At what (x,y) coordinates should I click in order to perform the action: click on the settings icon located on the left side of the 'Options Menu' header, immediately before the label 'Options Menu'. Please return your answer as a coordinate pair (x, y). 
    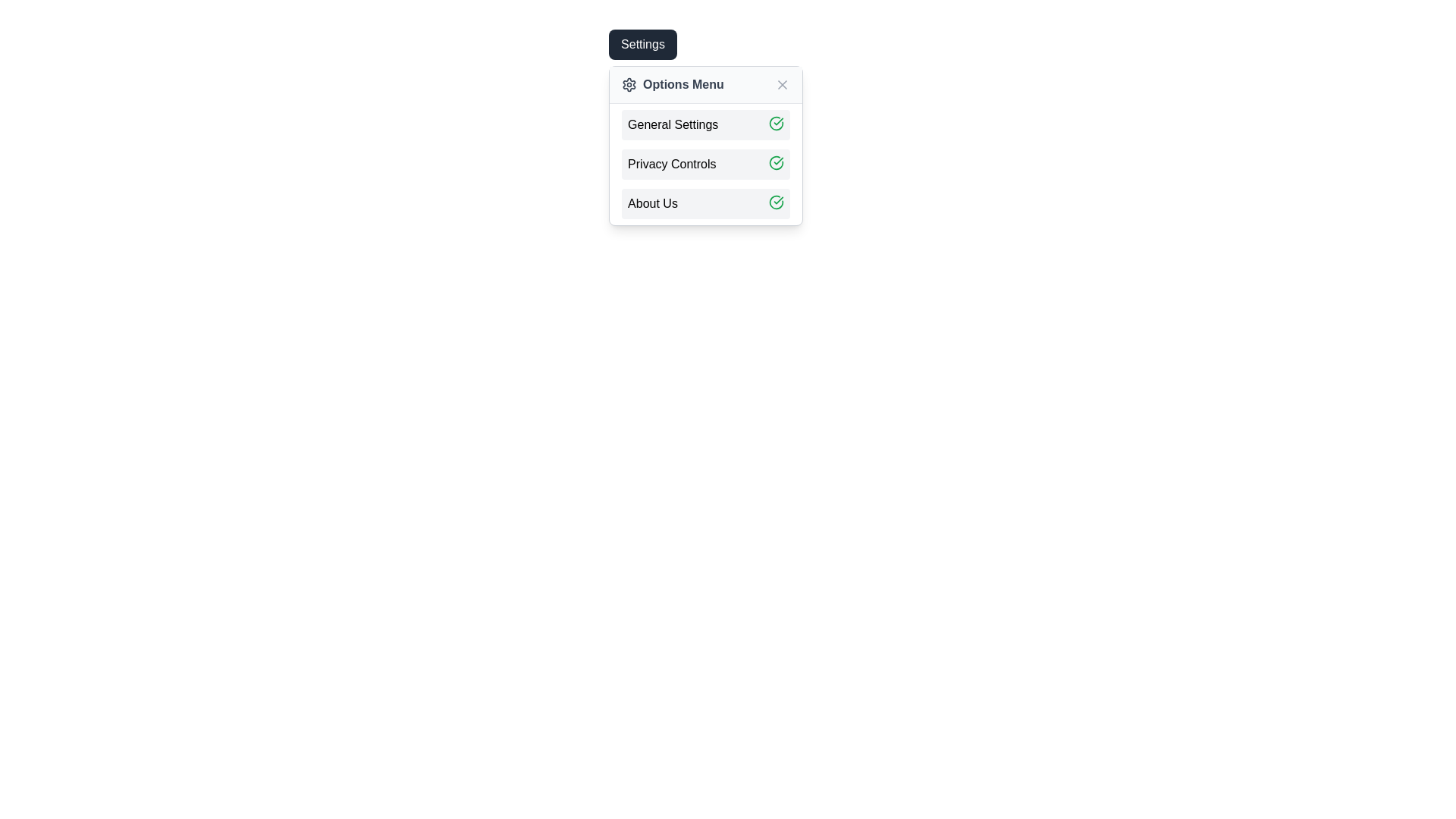
    Looking at the image, I should click on (629, 84).